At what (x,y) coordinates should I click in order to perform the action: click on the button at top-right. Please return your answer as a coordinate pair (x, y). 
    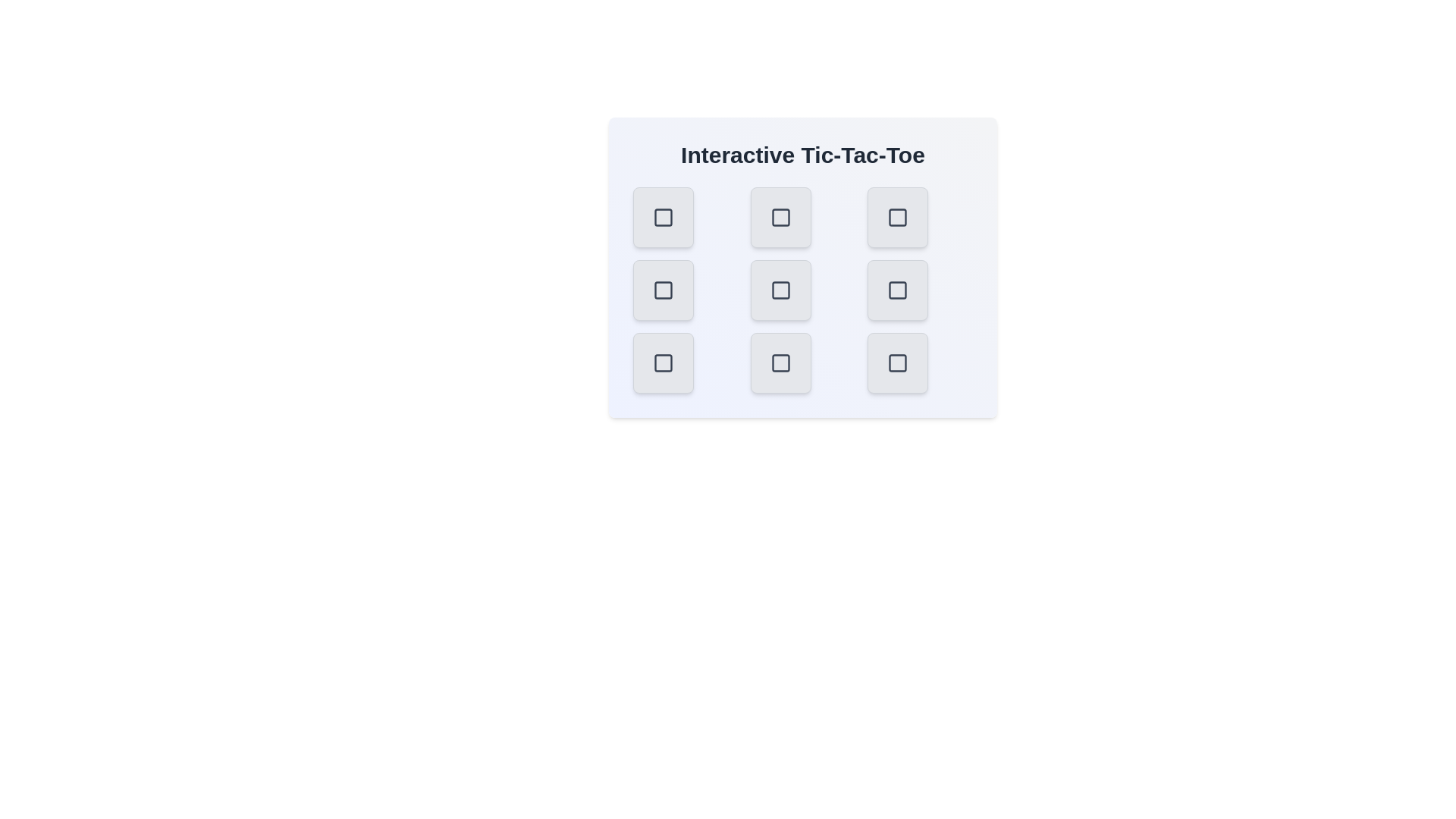
    Looking at the image, I should click on (898, 217).